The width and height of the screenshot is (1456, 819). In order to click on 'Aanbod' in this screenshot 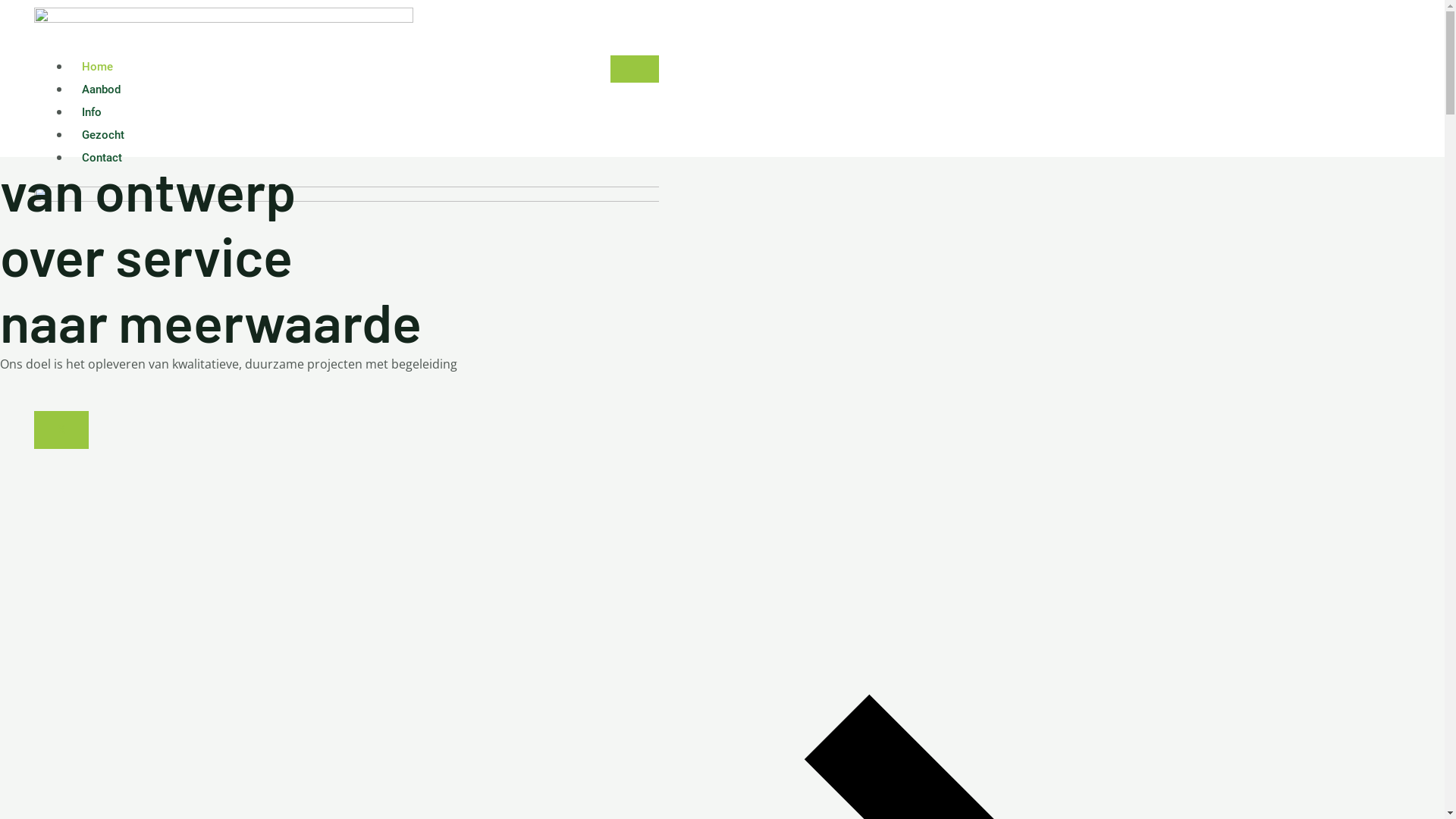, I will do `click(69, 89)`.